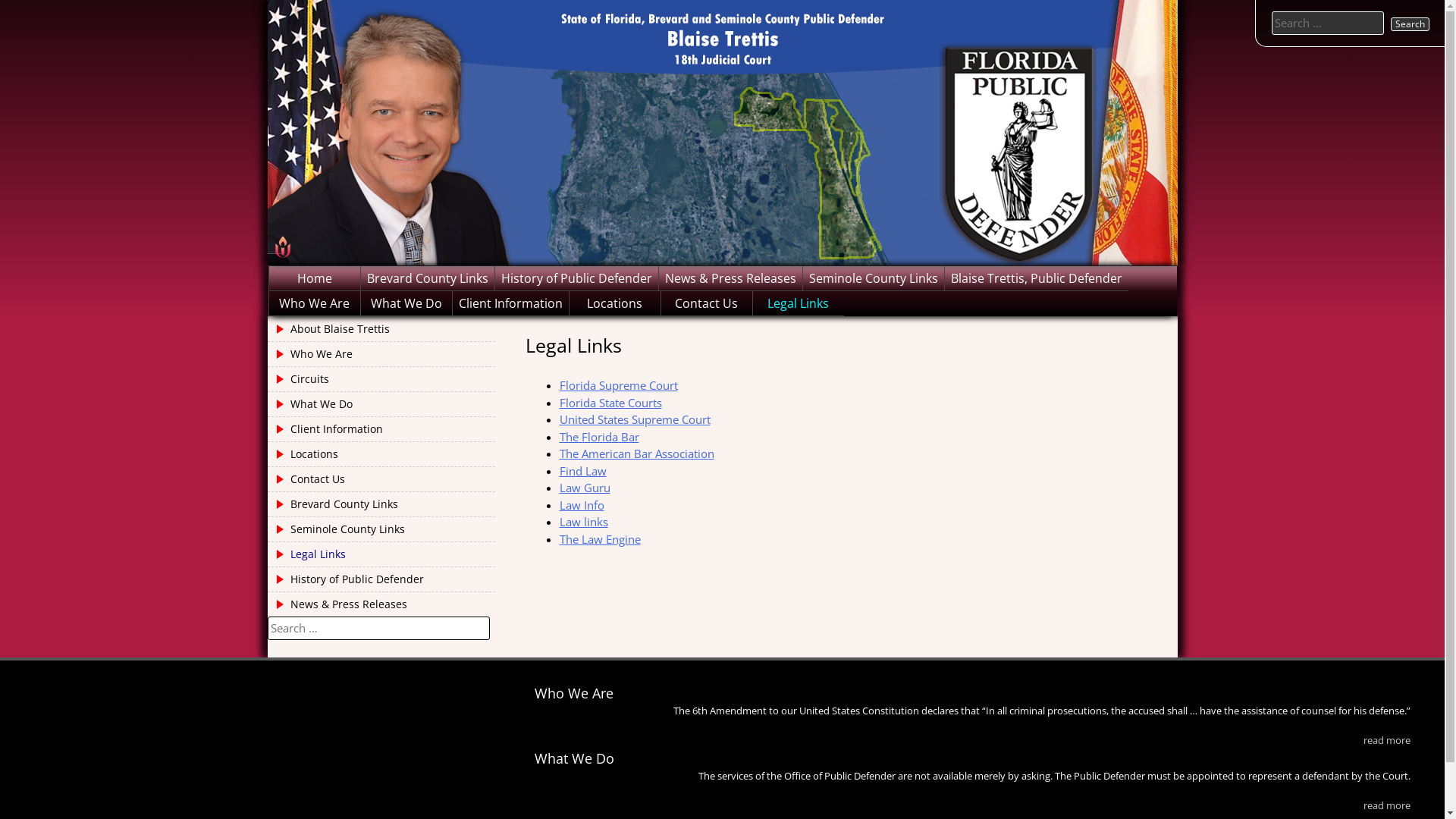  I want to click on 'Florida Supreme Court', so click(559, 384).